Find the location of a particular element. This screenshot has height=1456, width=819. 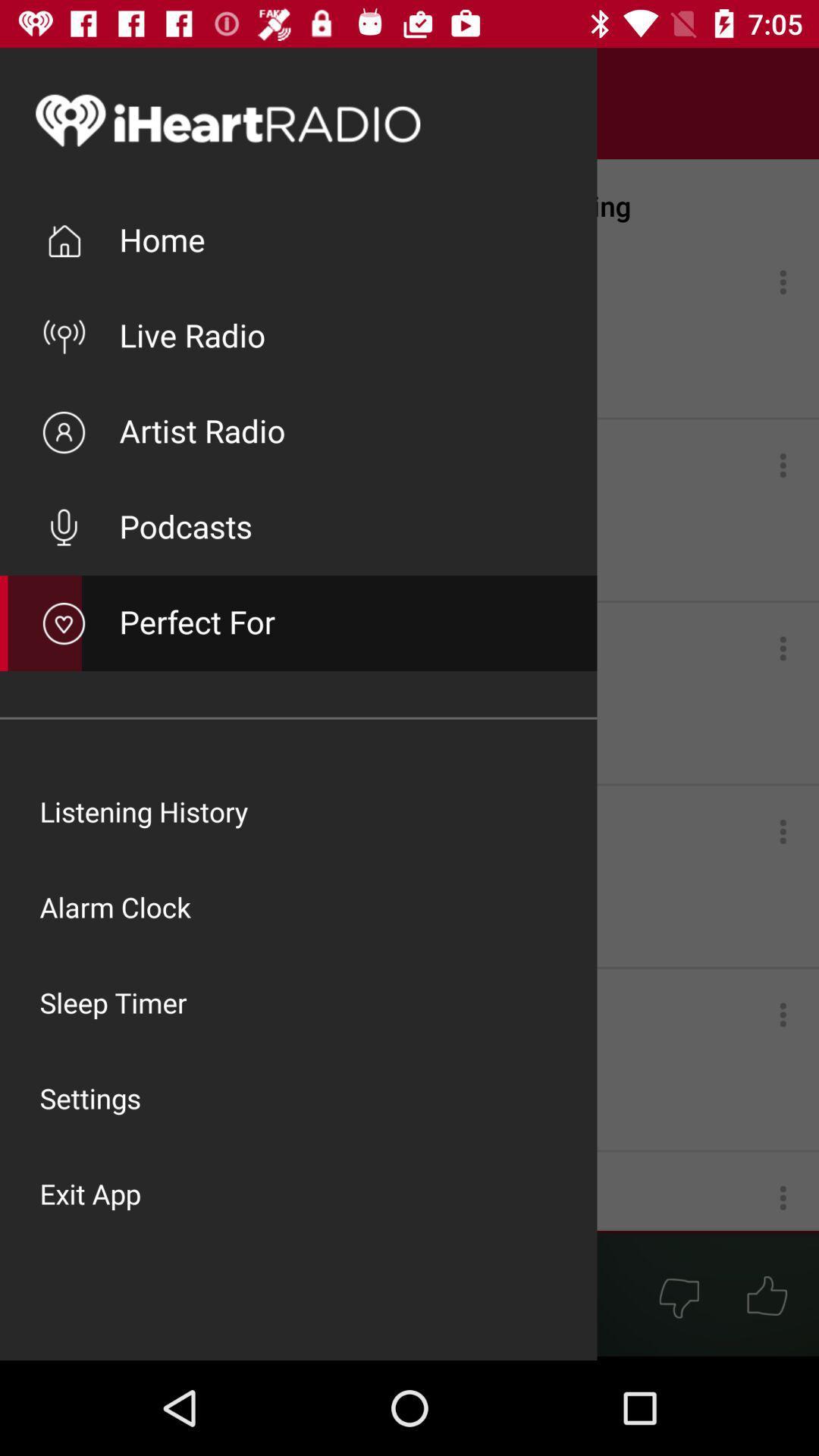

the thumbs_down icon is located at coordinates (678, 1295).